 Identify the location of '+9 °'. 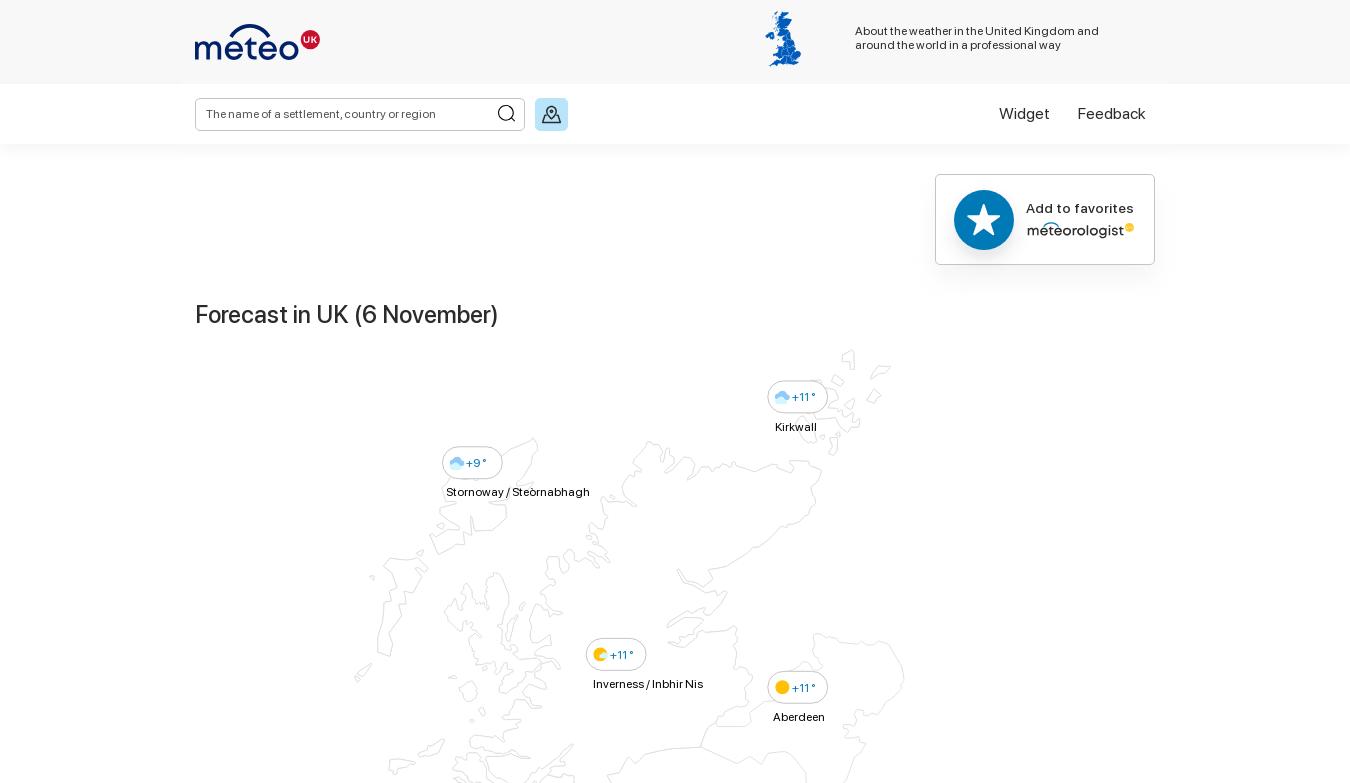
(465, 461).